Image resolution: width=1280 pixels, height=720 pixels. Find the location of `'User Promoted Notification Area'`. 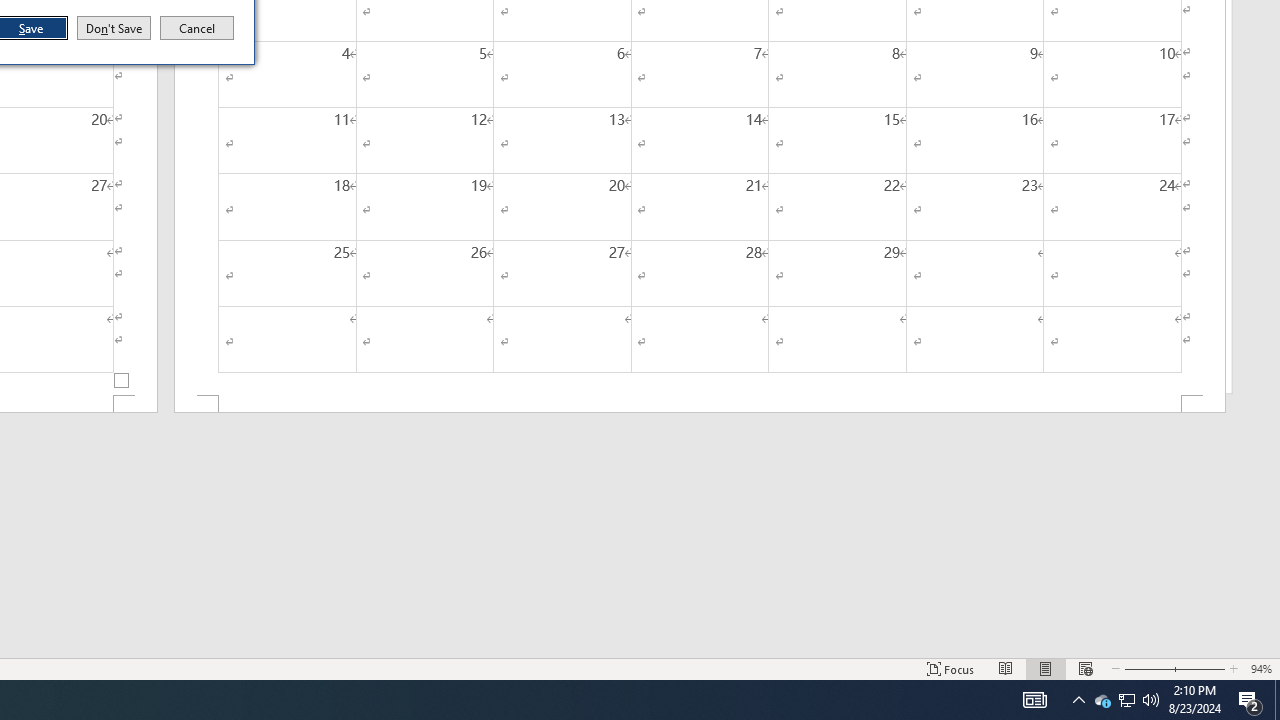

'User Promoted Notification Area' is located at coordinates (1127, 698).